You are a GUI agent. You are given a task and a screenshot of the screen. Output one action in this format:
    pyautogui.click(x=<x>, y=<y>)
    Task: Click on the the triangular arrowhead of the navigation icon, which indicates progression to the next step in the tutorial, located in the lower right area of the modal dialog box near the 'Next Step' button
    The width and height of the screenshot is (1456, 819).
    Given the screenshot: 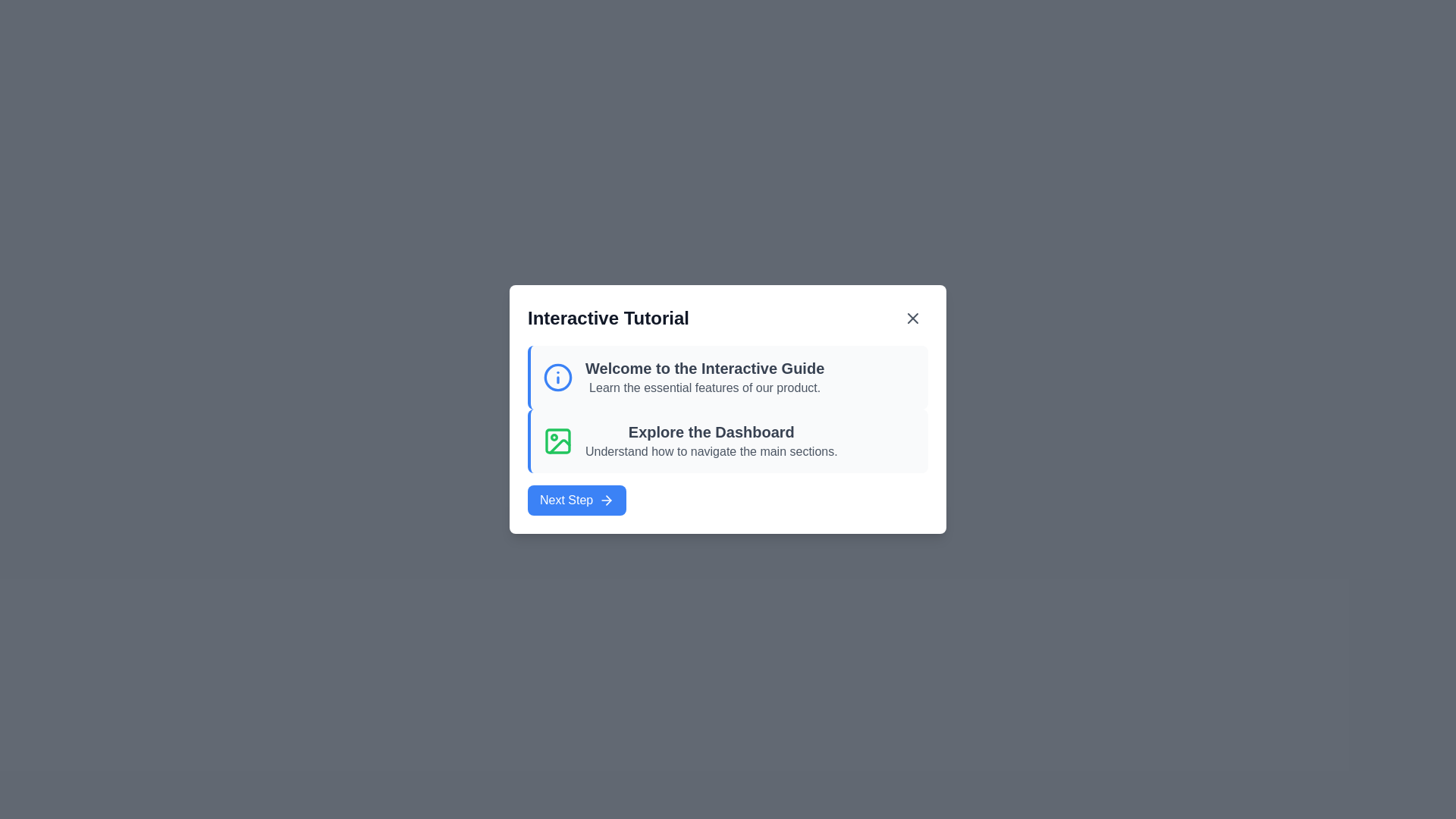 What is the action you would take?
    pyautogui.click(x=609, y=500)
    